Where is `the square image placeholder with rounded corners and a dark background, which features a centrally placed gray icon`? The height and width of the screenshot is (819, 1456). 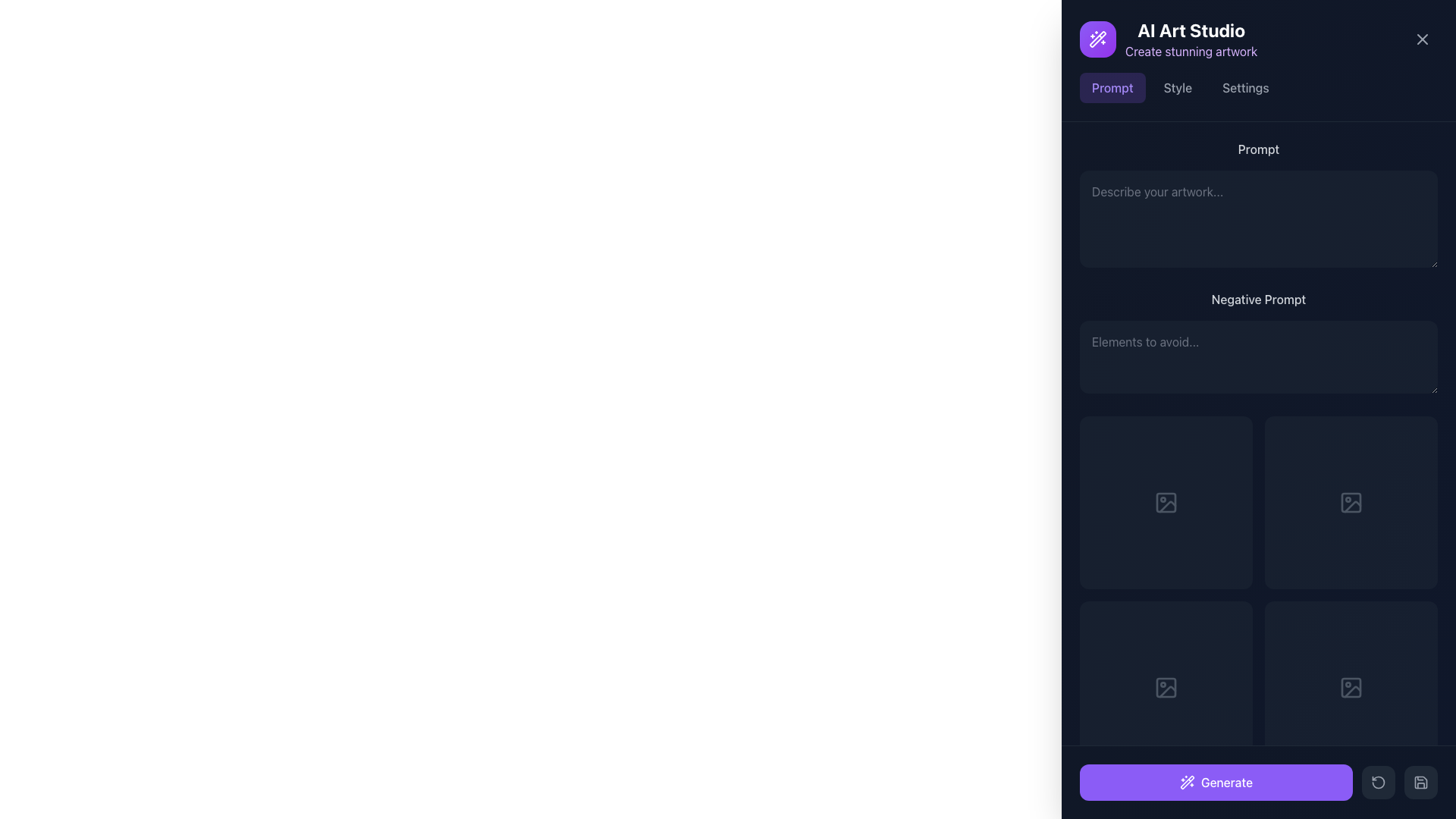
the square image placeholder with rounded corners and a dark background, which features a centrally placed gray icon is located at coordinates (1351, 503).